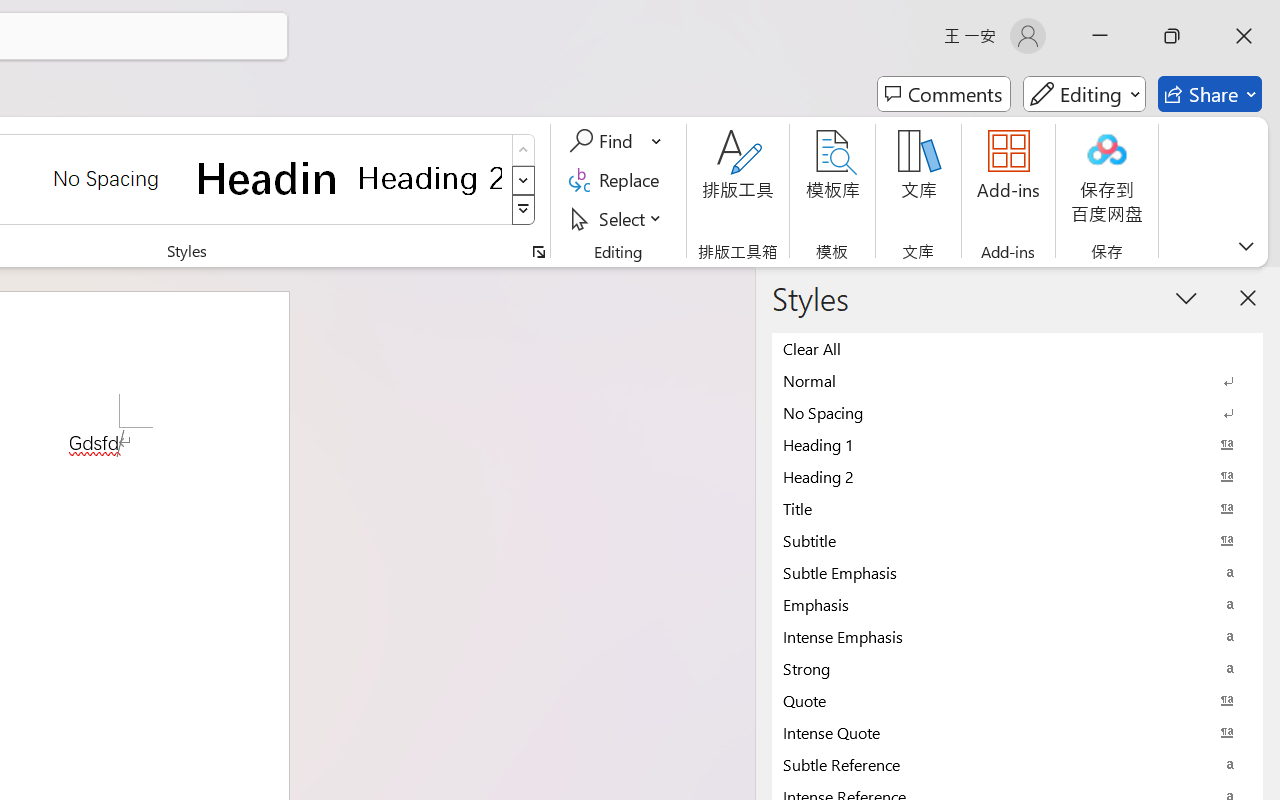  Describe the element at coordinates (538, 251) in the screenshot. I see `'Styles...'` at that location.